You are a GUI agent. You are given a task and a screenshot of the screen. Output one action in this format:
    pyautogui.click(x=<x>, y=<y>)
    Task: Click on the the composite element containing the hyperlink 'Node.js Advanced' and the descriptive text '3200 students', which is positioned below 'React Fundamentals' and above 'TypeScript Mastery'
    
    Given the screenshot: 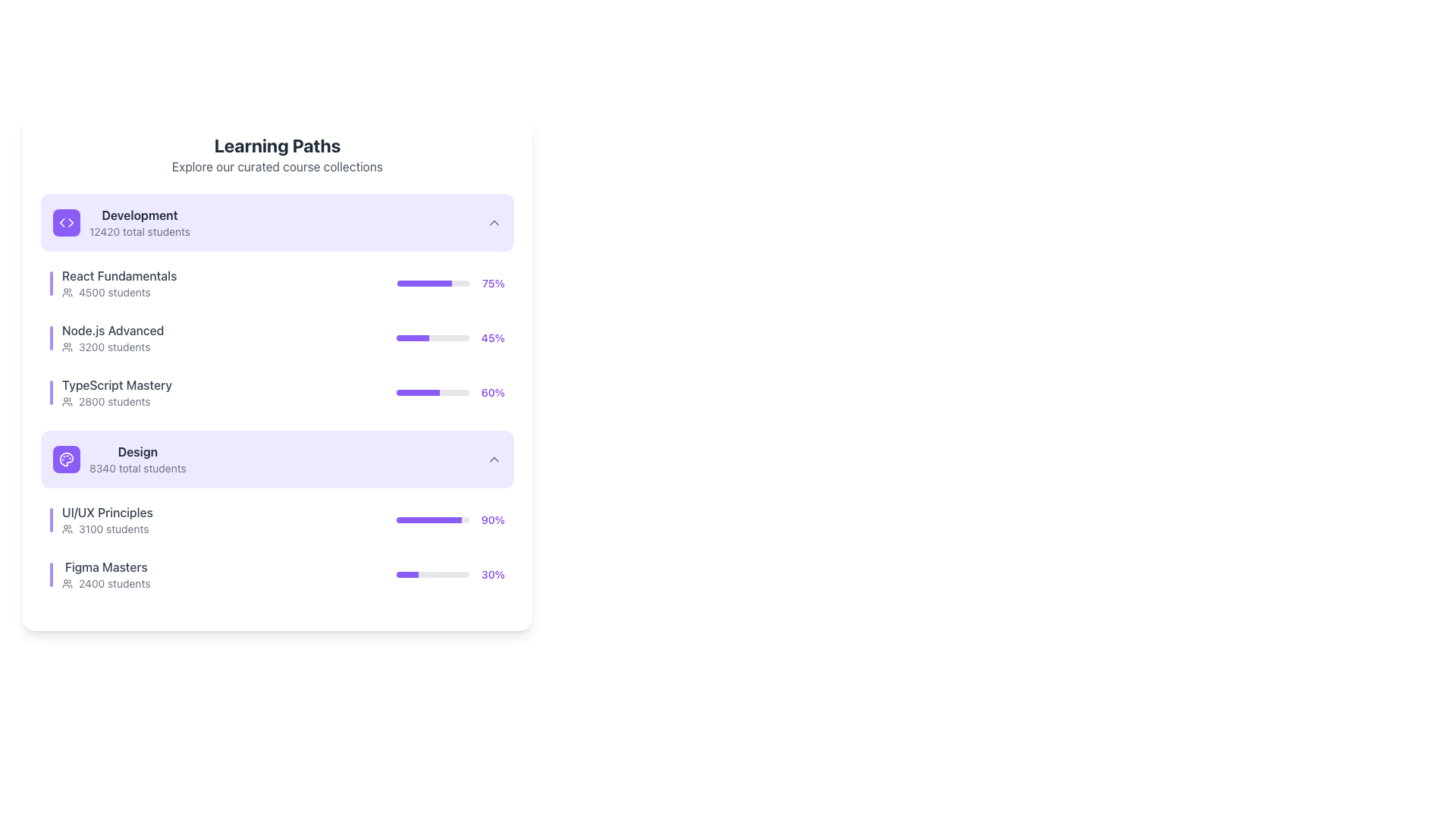 What is the action you would take?
    pyautogui.click(x=106, y=337)
    